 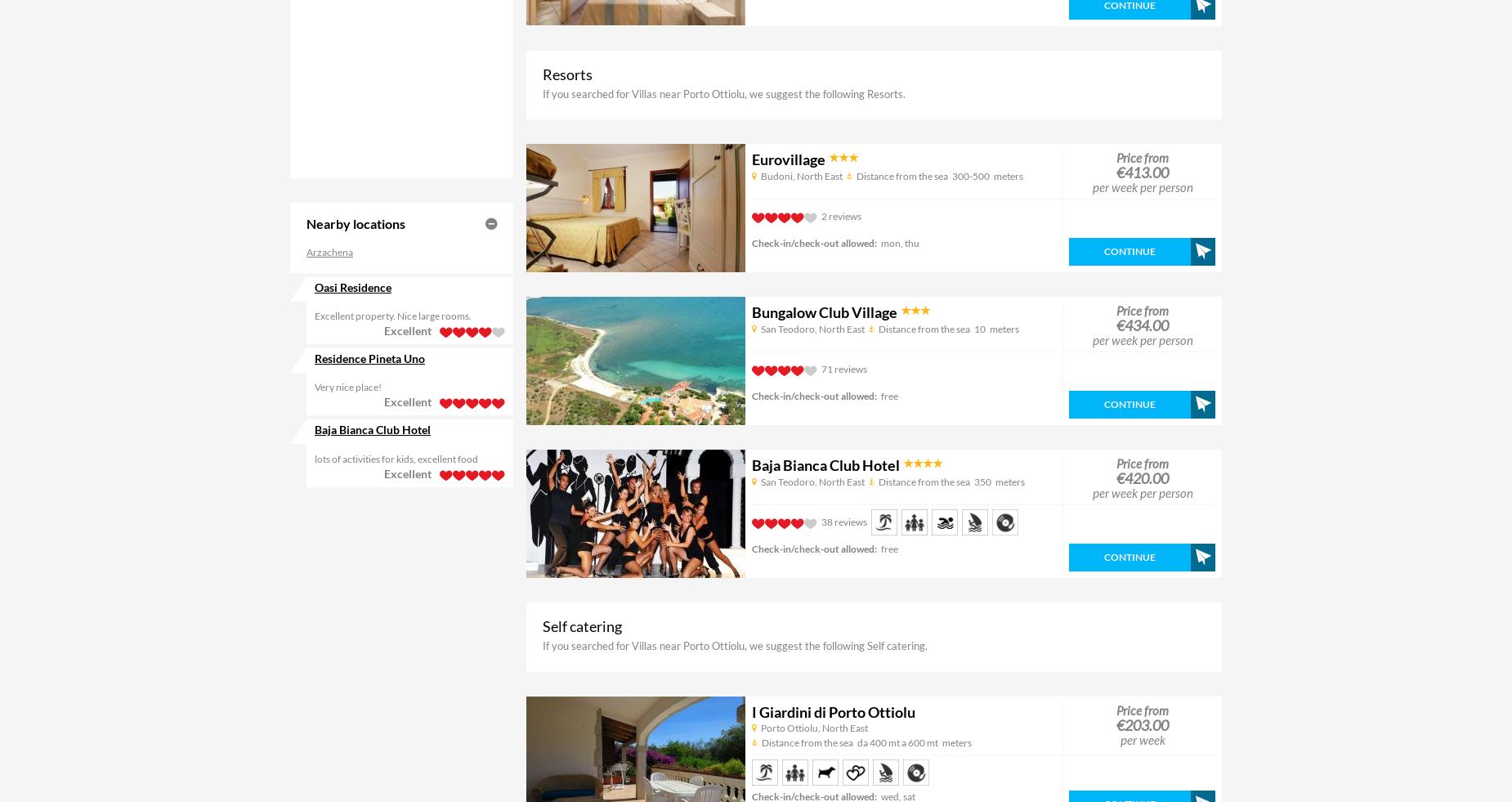 What do you see at coordinates (978, 327) in the screenshot?
I see `'10'` at bounding box center [978, 327].